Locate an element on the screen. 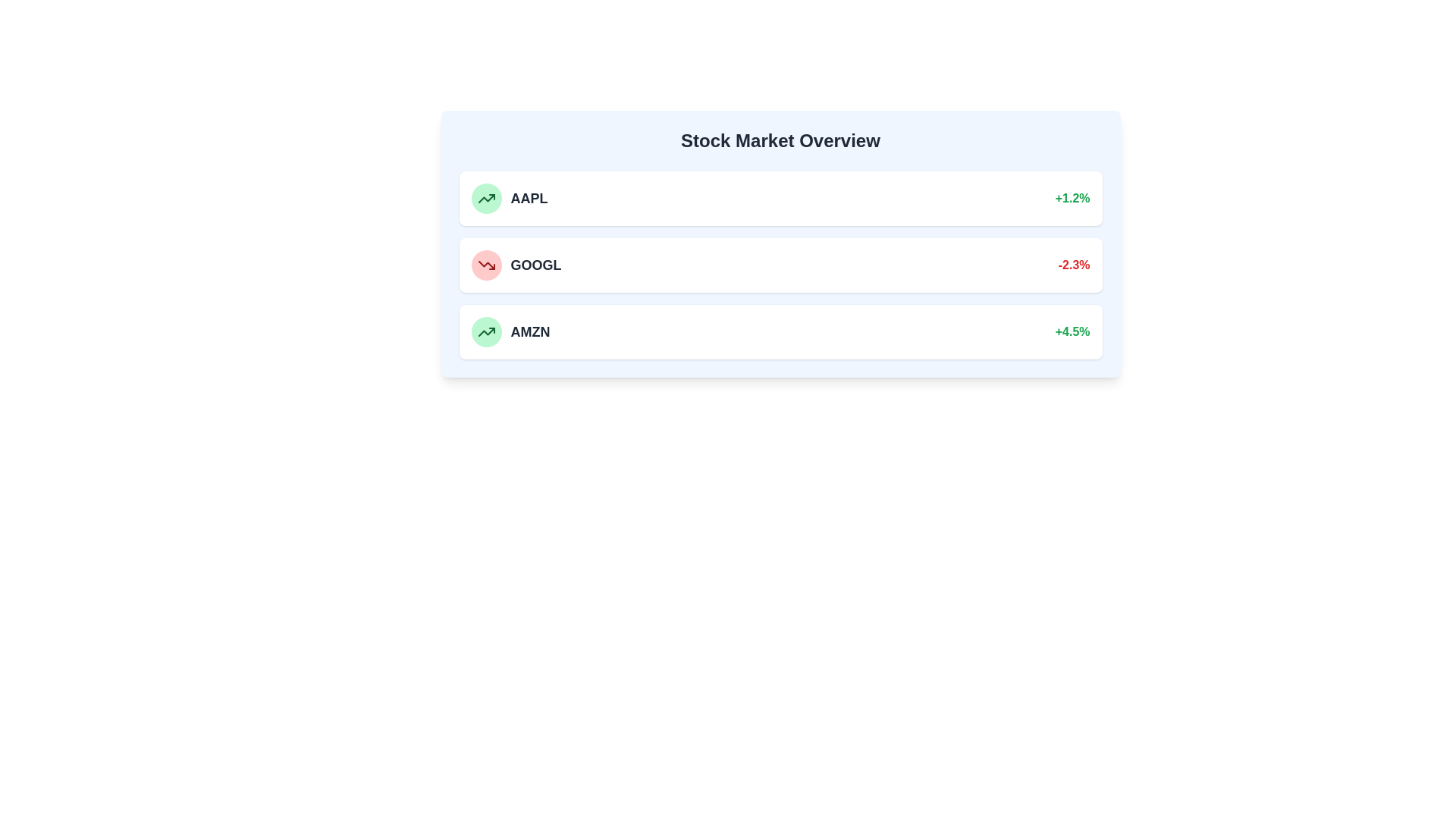 The height and width of the screenshot is (819, 1456). the stock entry for GOOGL to view its details is located at coordinates (780, 265).